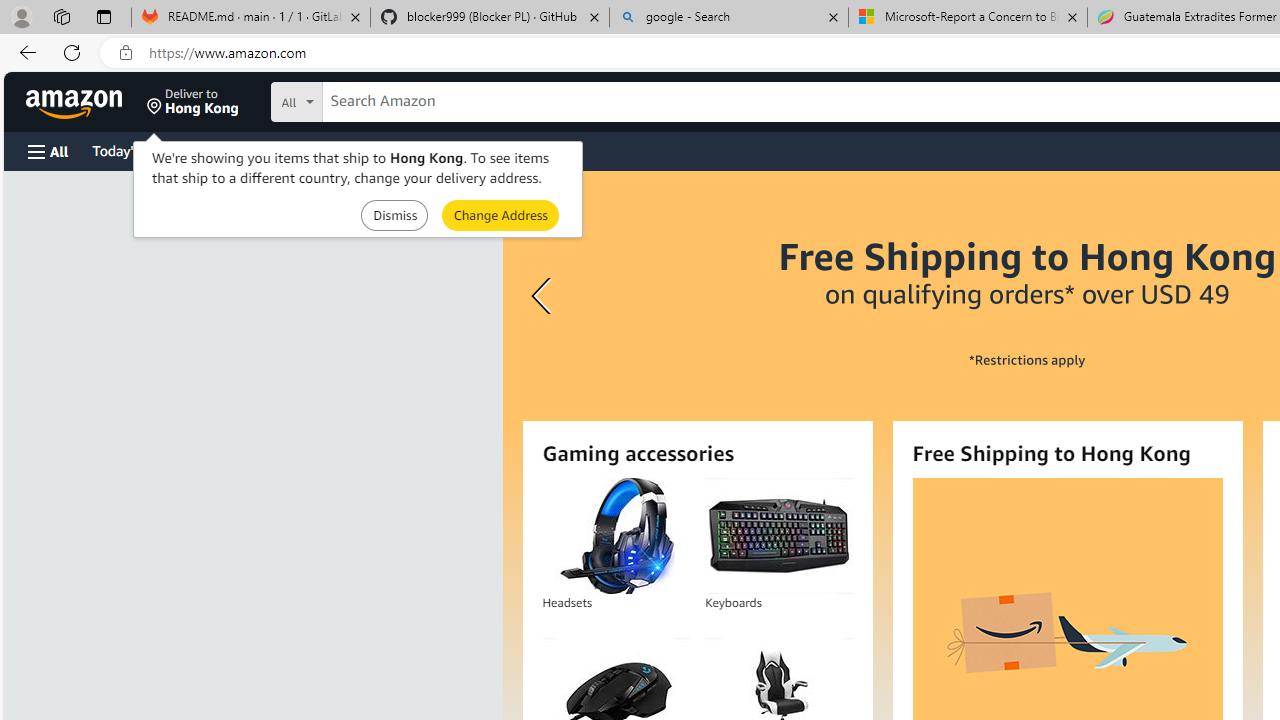 The width and height of the screenshot is (1280, 720). I want to click on 'Amazon', so click(76, 101).